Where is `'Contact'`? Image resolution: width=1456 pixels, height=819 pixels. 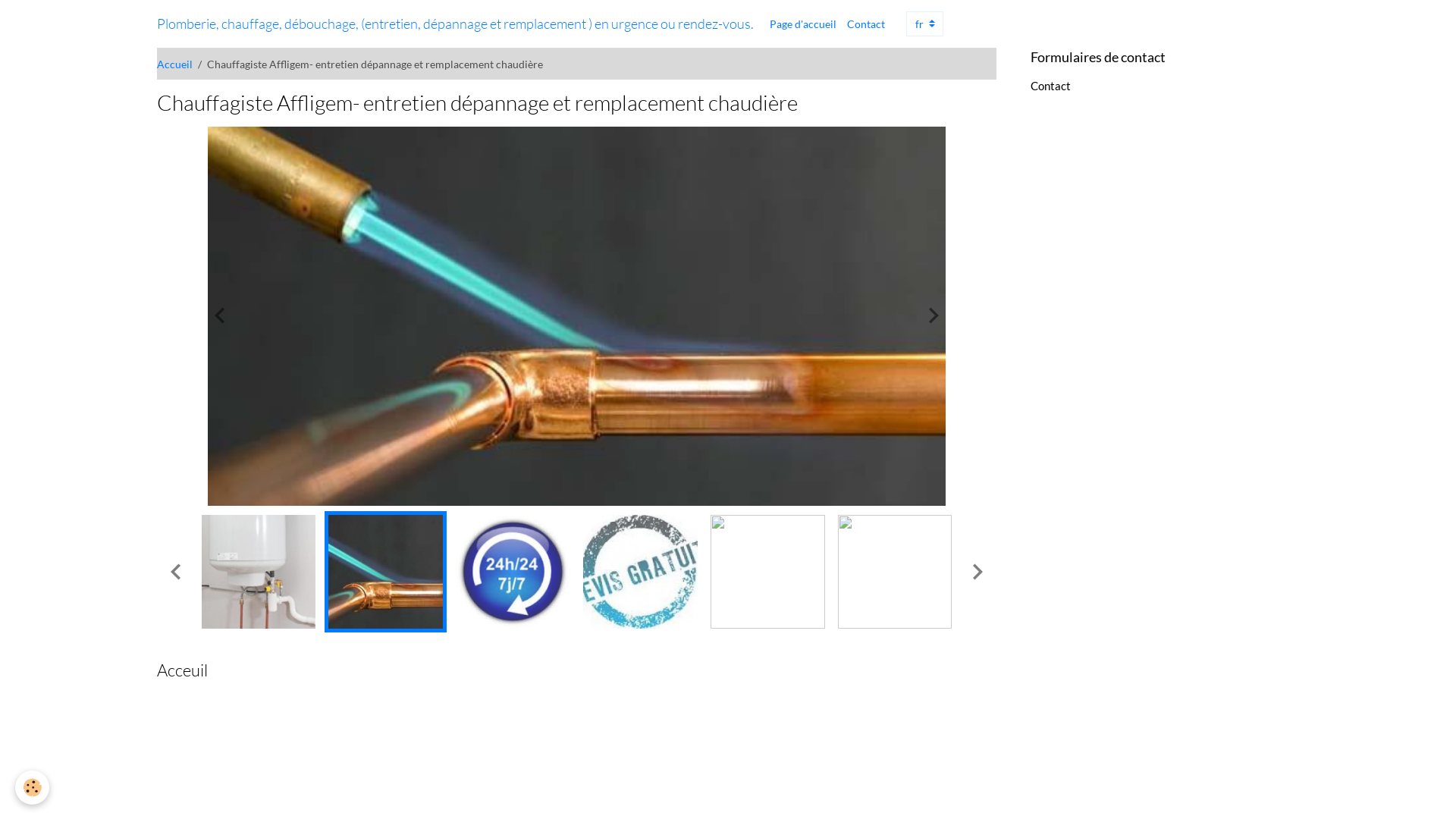
'Contact' is located at coordinates (1050, 85).